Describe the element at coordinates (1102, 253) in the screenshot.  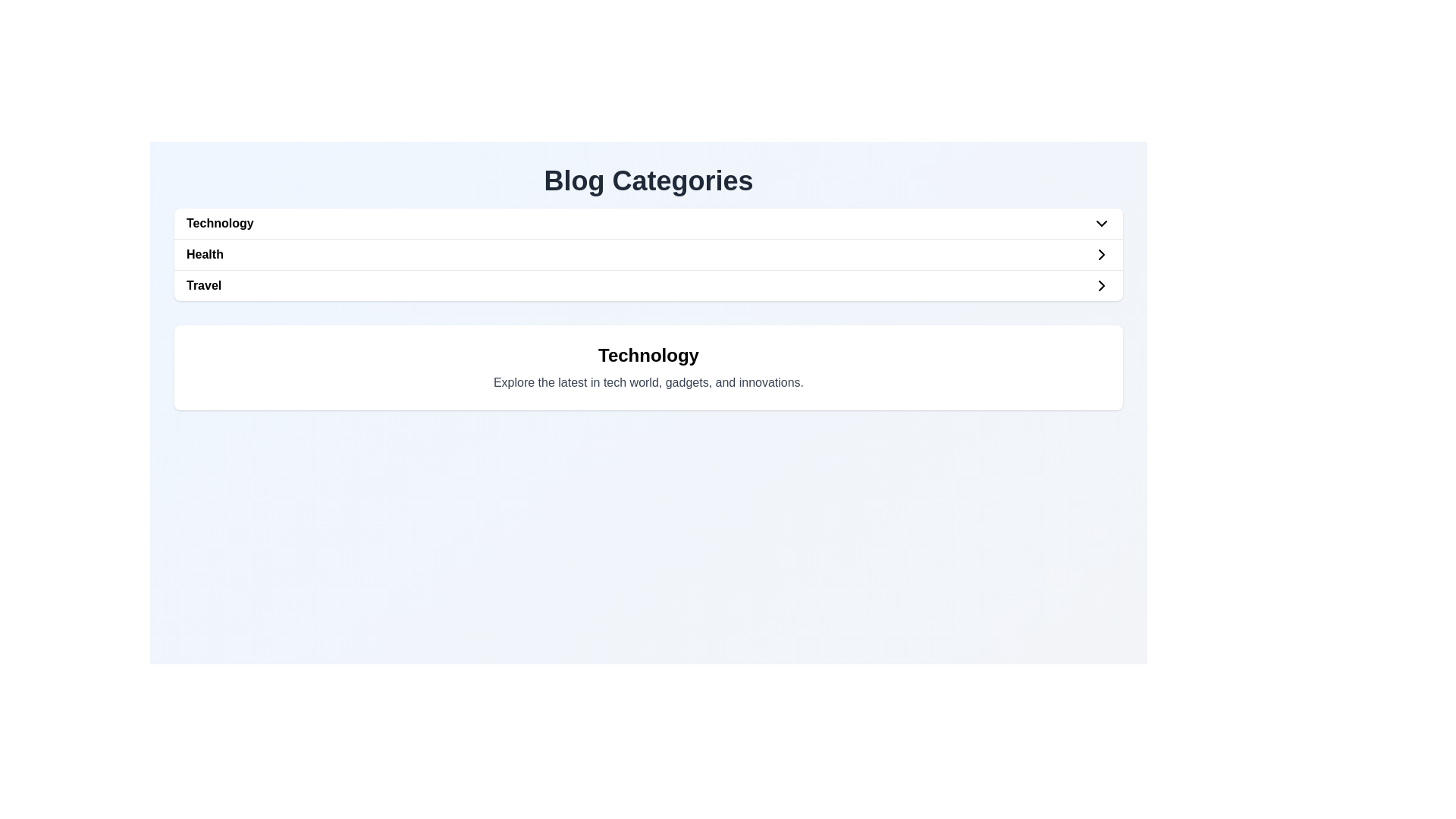
I see `the rightward-pointing chevron icon located in the 'Health' category` at that location.